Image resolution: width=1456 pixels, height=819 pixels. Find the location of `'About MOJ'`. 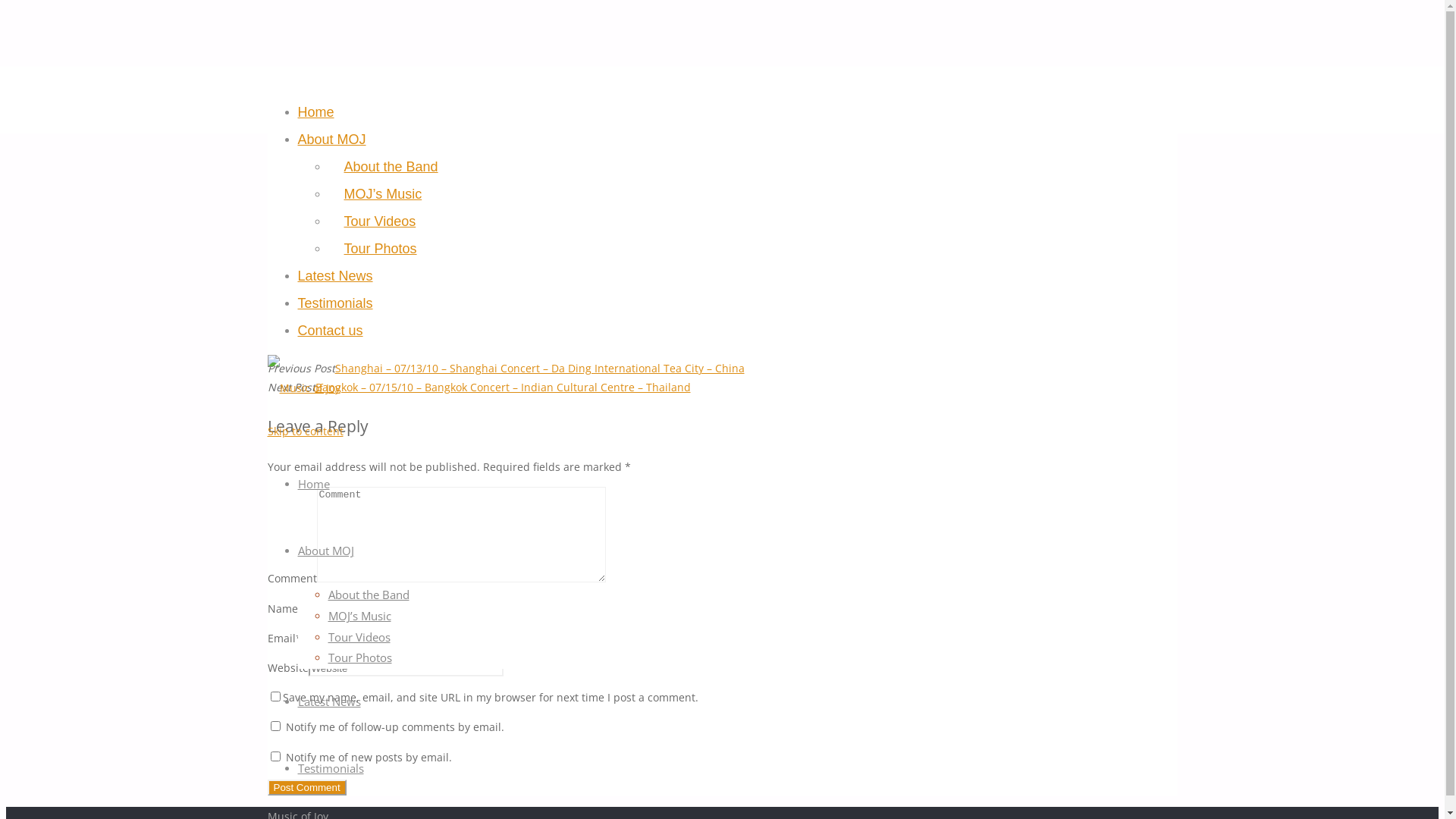

'About MOJ' is located at coordinates (330, 140).